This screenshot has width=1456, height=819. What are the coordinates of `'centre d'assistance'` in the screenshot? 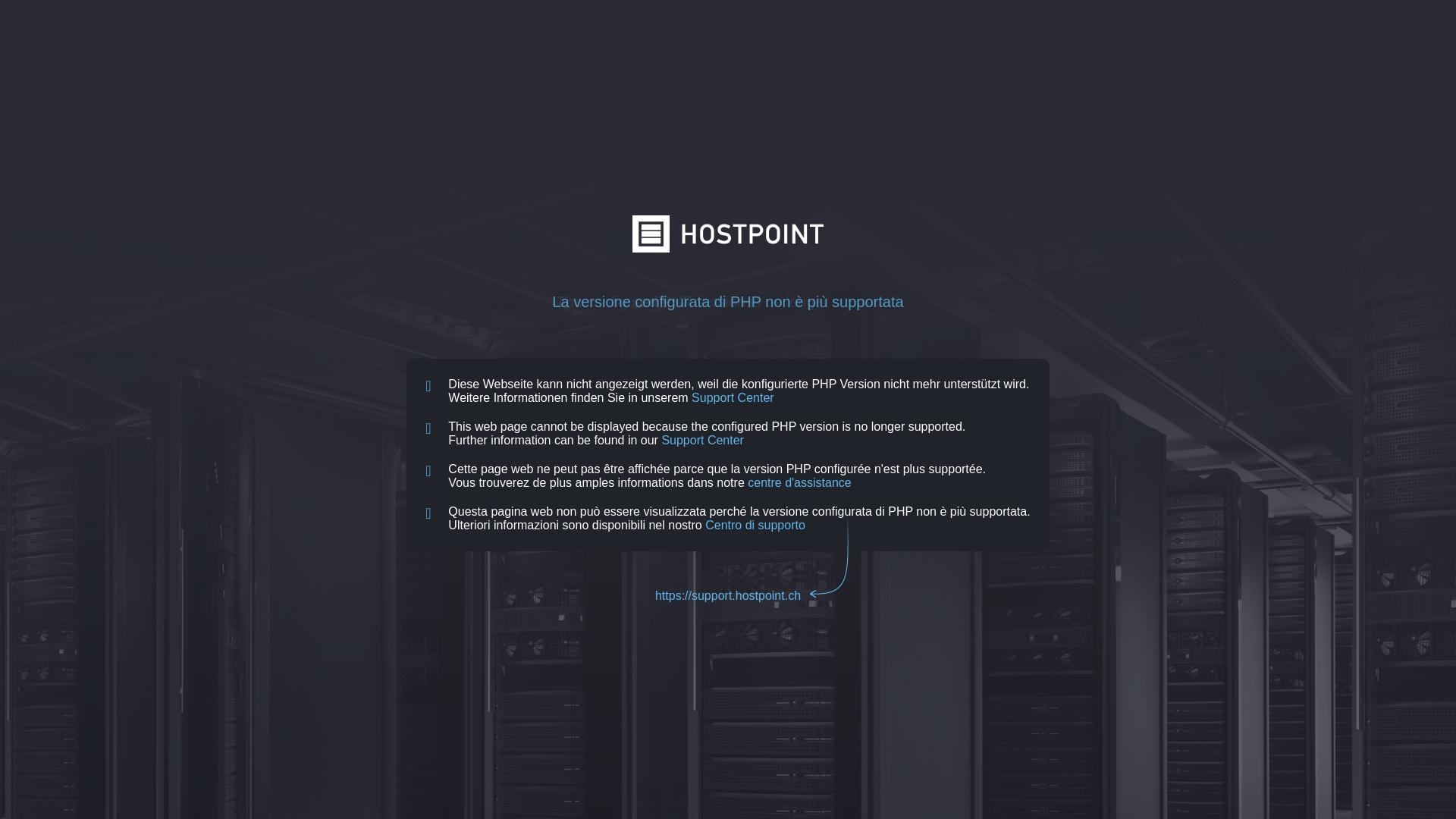 It's located at (799, 482).